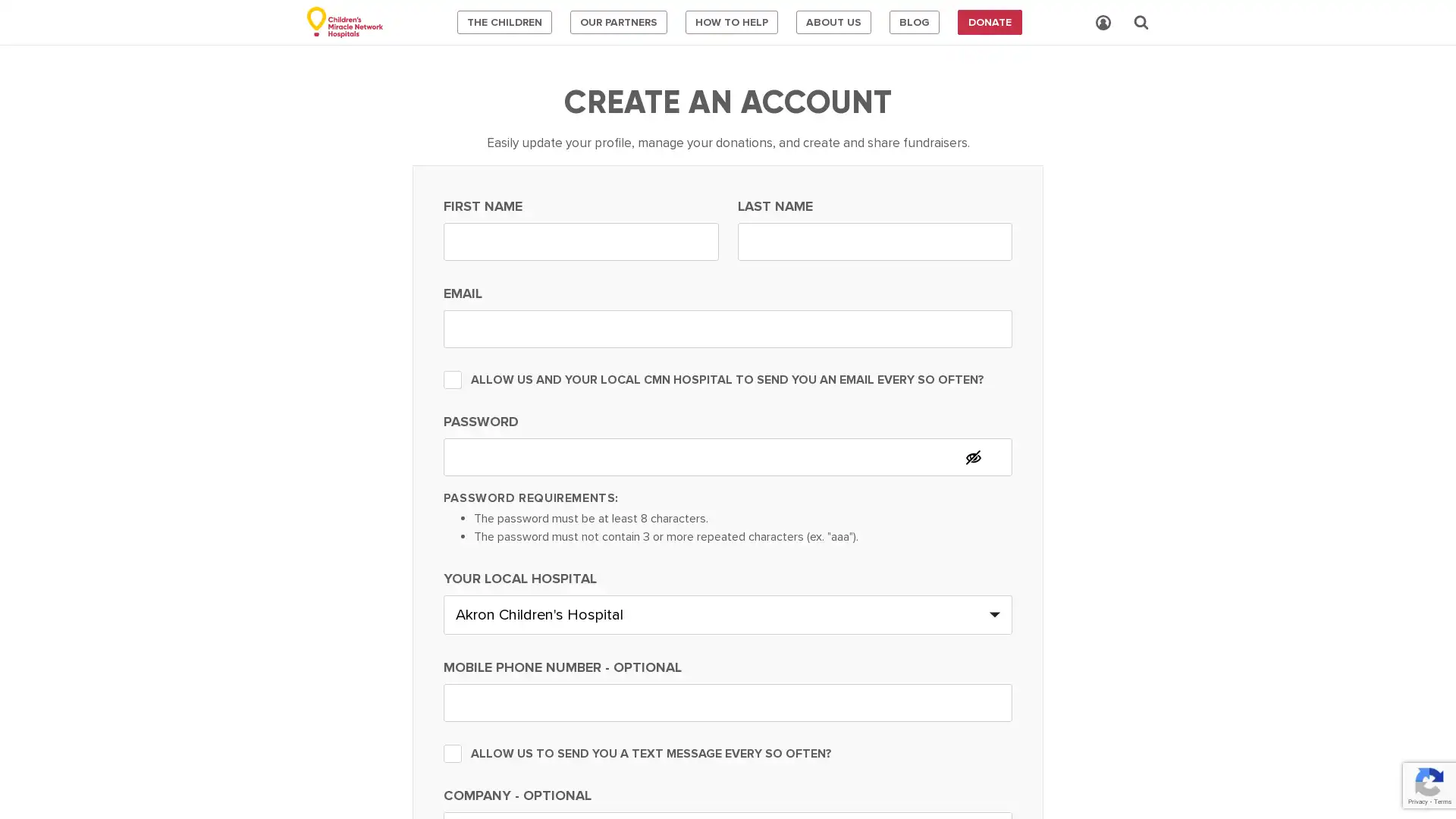 The width and height of the screenshot is (1456, 819). What do you see at coordinates (1103, 23) in the screenshot?
I see `Account Login` at bounding box center [1103, 23].